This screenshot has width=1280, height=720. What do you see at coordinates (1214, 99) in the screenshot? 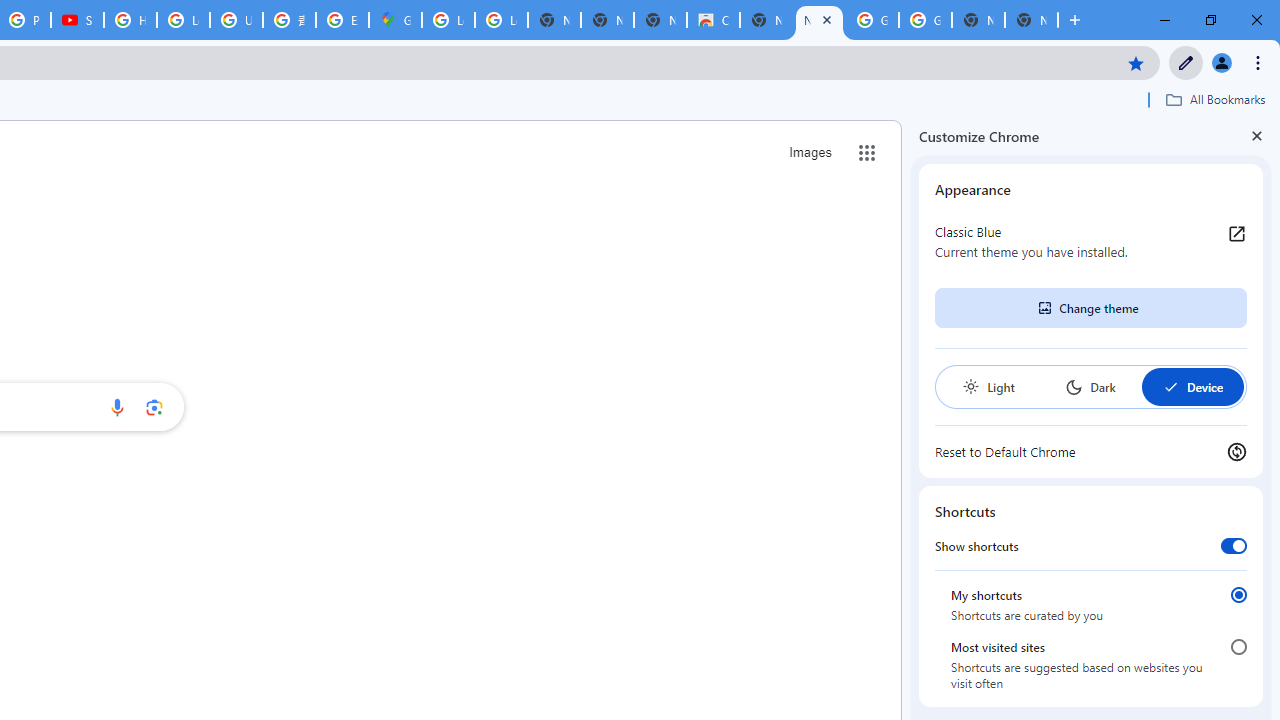
I see `'All Bookmarks'` at bounding box center [1214, 99].